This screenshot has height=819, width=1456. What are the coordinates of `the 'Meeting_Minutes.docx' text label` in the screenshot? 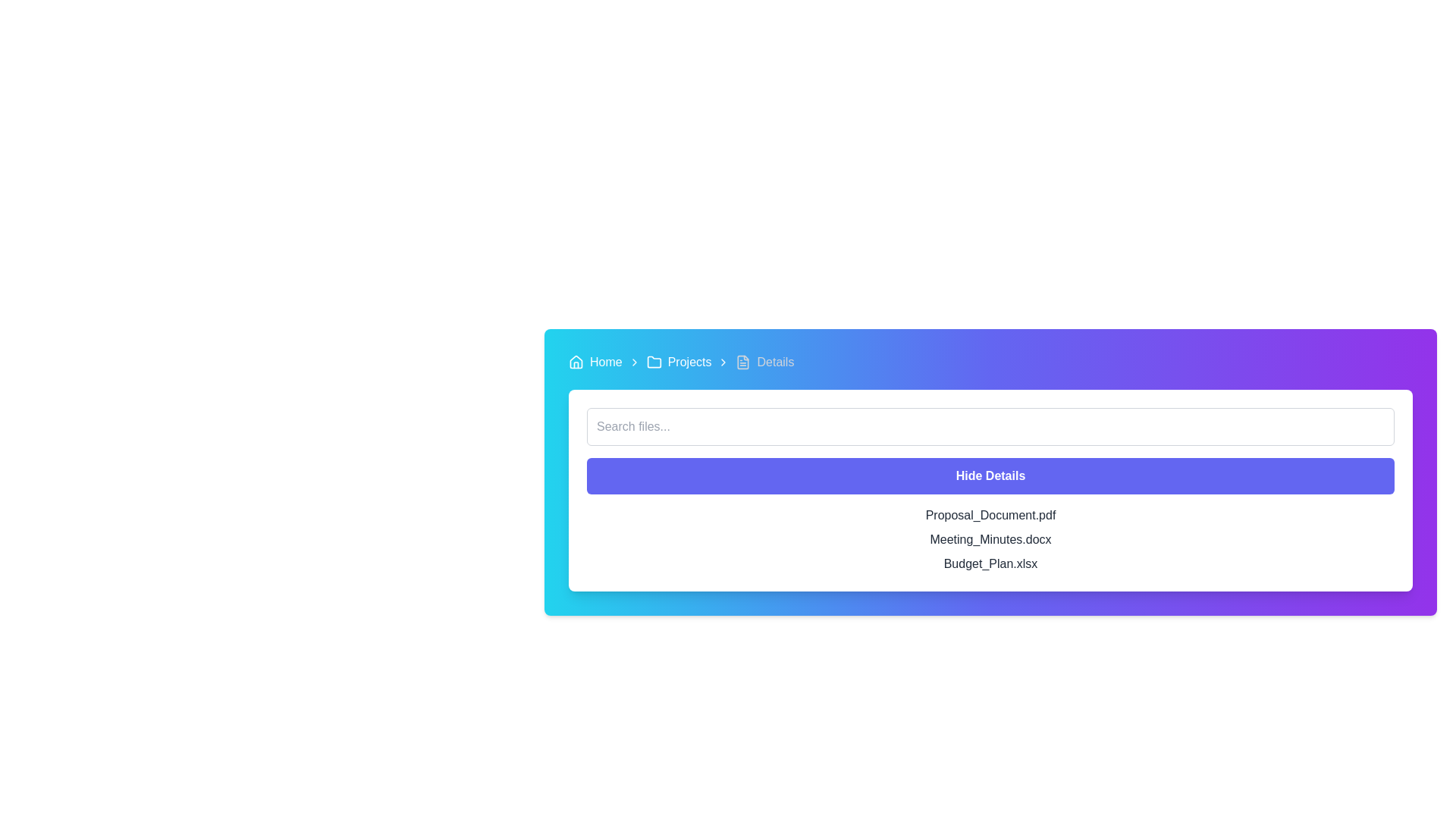 It's located at (990, 539).